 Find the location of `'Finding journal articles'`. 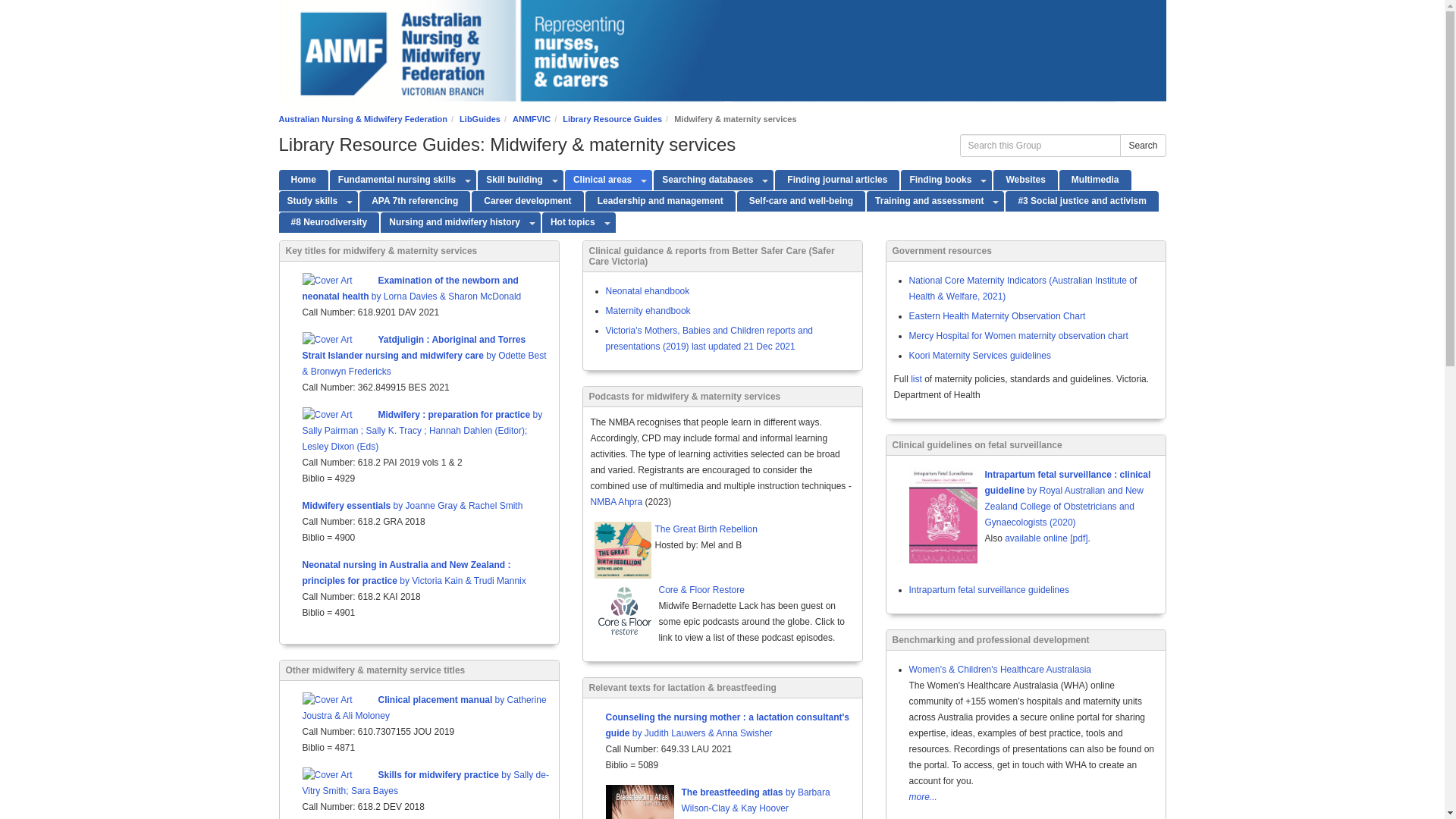

'Finding journal articles' is located at coordinates (836, 179).